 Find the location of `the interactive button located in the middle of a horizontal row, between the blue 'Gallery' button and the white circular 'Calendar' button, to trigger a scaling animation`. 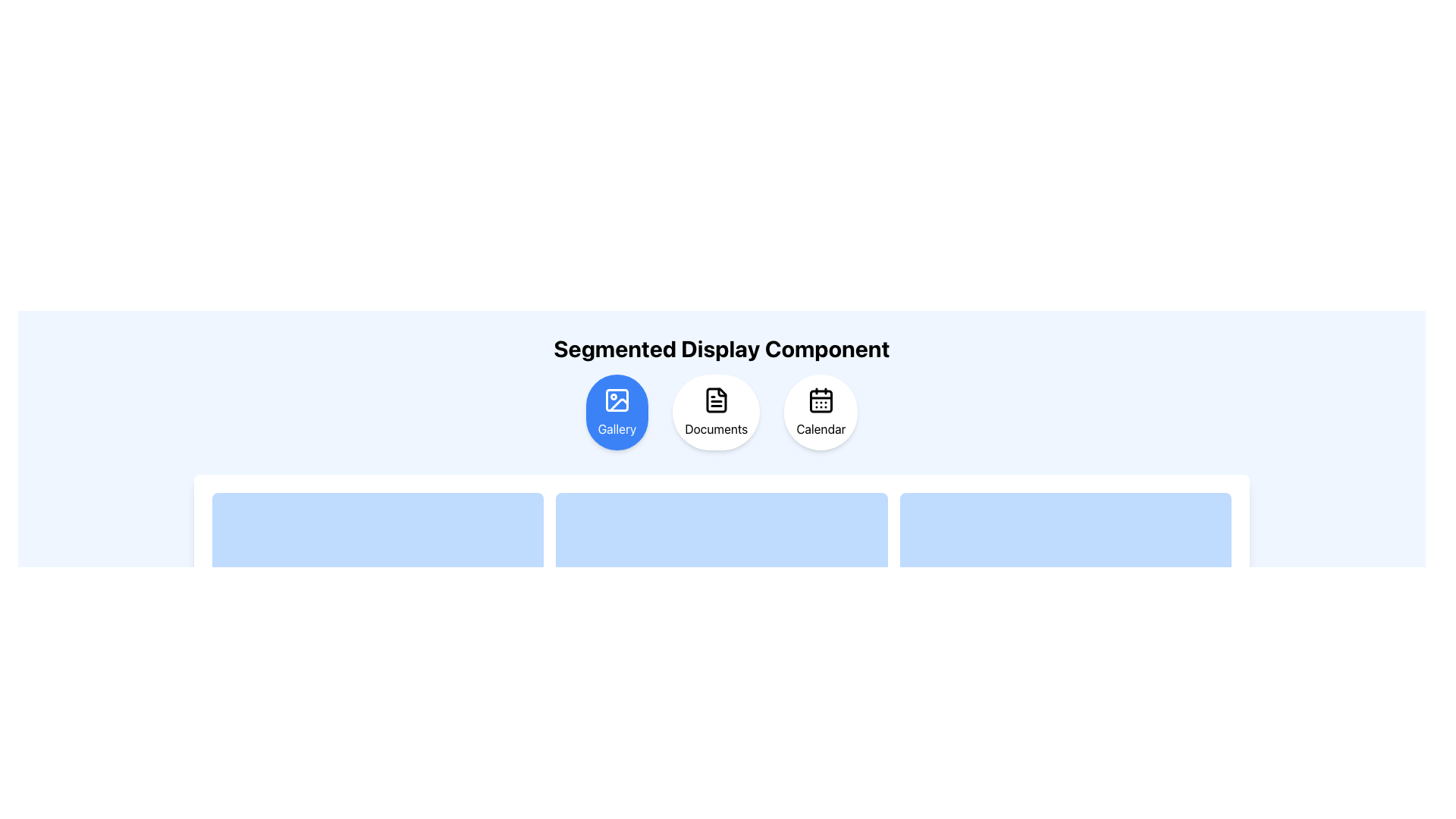

the interactive button located in the middle of a horizontal row, between the blue 'Gallery' button and the white circular 'Calendar' button, to trigger a scaling animation is located at coordinates (720, 412).